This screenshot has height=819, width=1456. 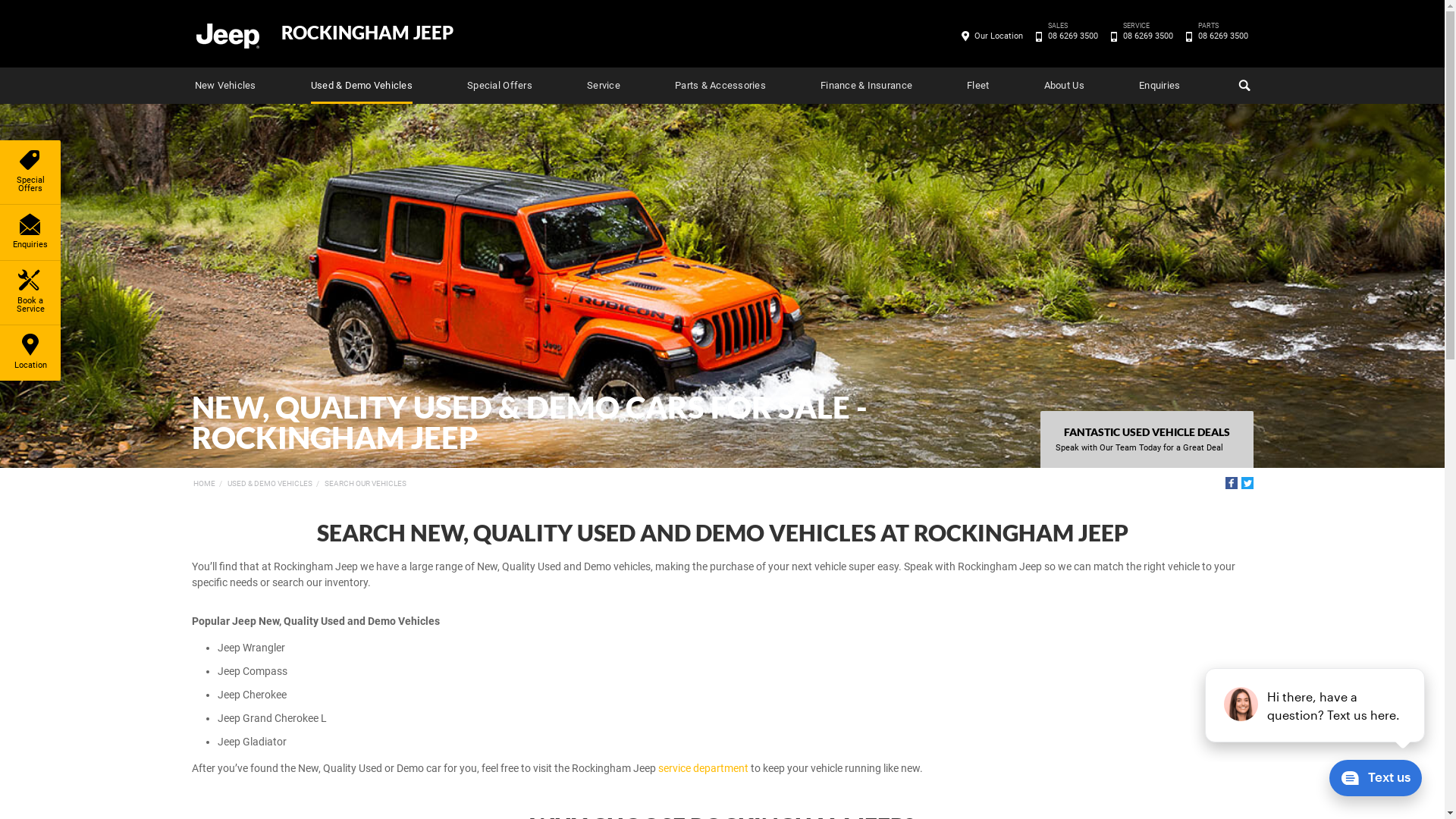 What do you see at coordinates (1040, 35) in the screenshot?
I see `'SALES` at bounding box center [1040, 35].